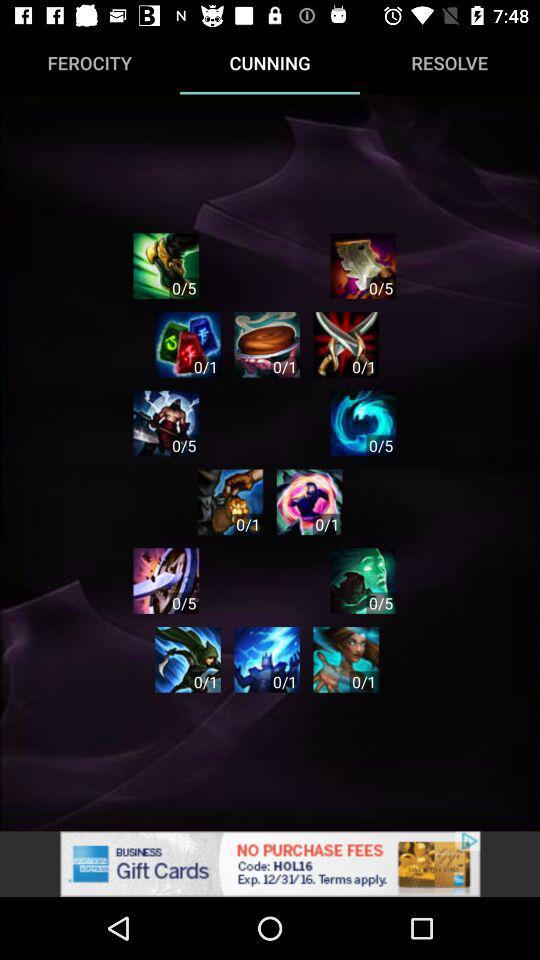 This screenshot has width=540, height=960. I want to click on enter the game, so click(165, 423).